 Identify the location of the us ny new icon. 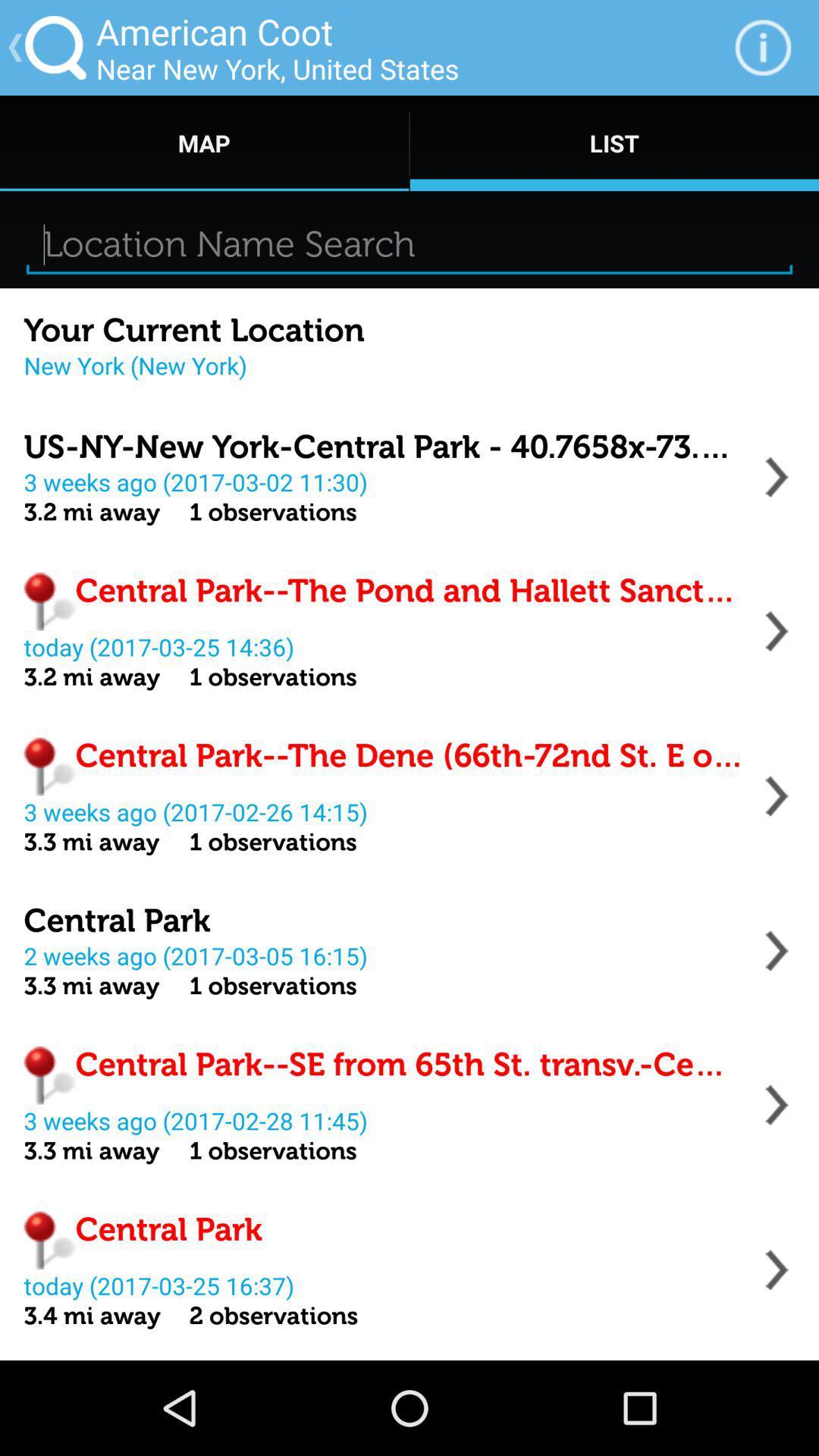
(383, 446).